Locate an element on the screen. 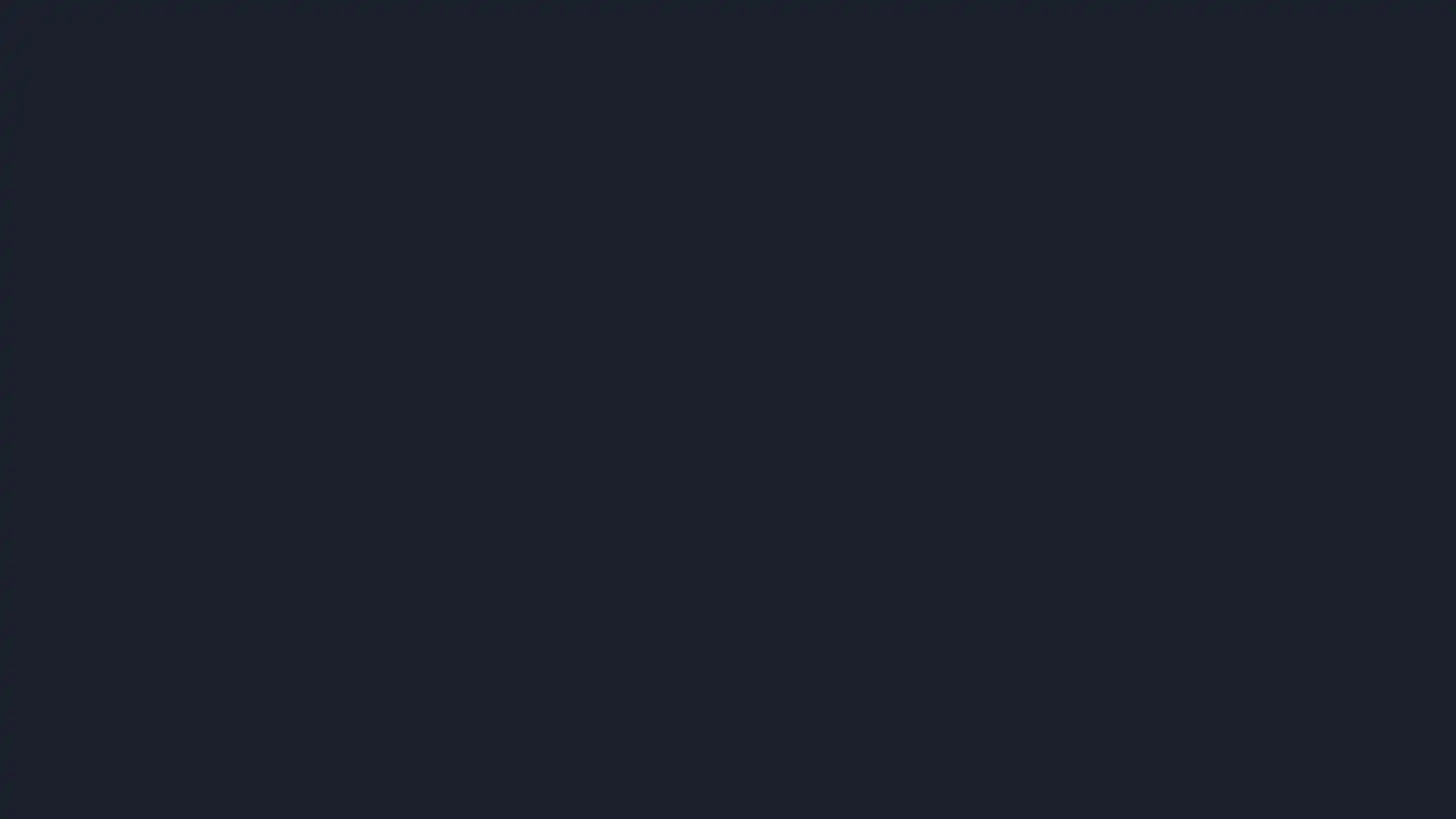 Image resolution: width=1456 pixels, height=819 pixels. About is located at coordinates (1412, 783).